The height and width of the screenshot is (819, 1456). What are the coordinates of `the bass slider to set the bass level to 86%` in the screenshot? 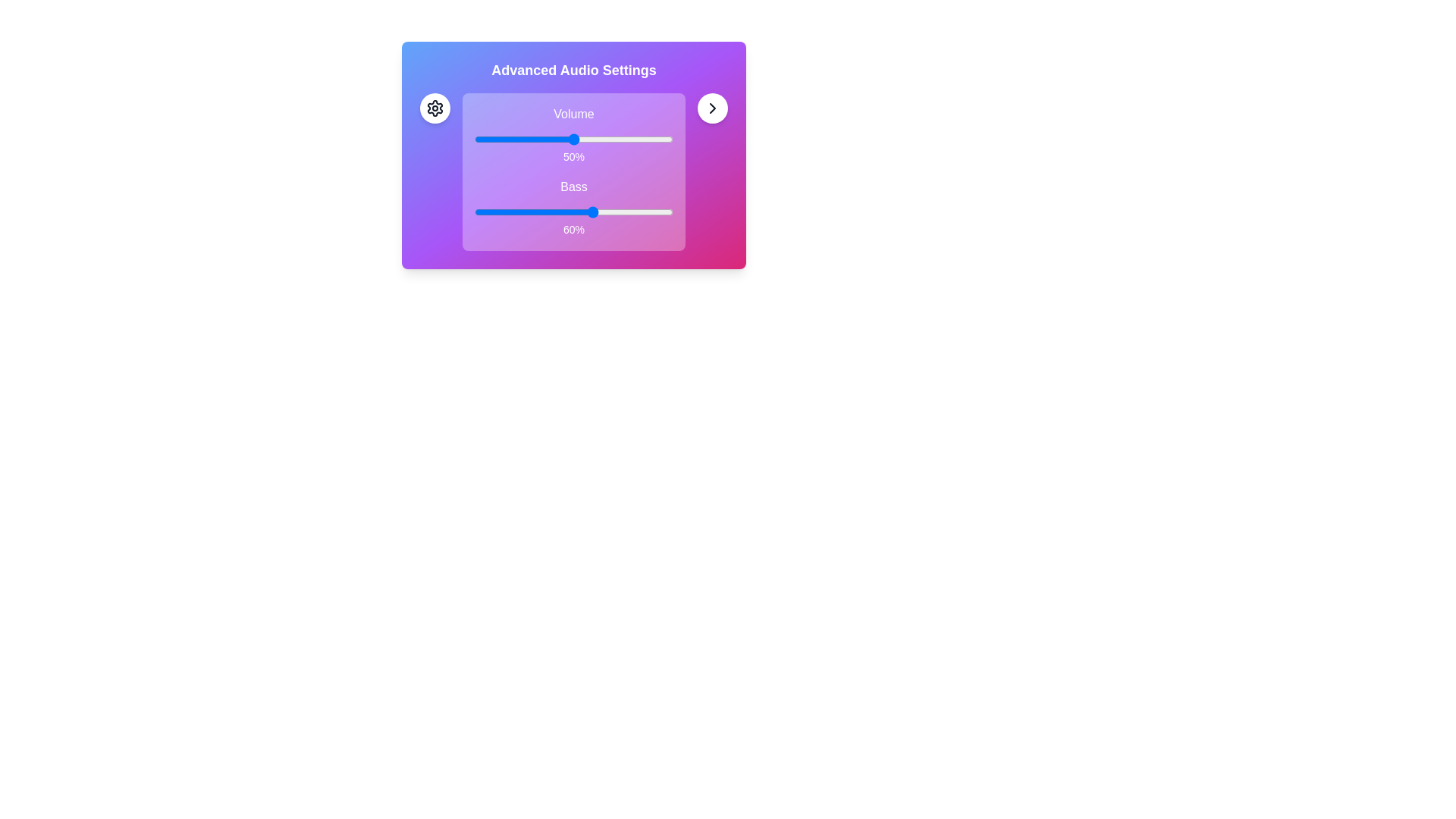 It's located at (645, 212).